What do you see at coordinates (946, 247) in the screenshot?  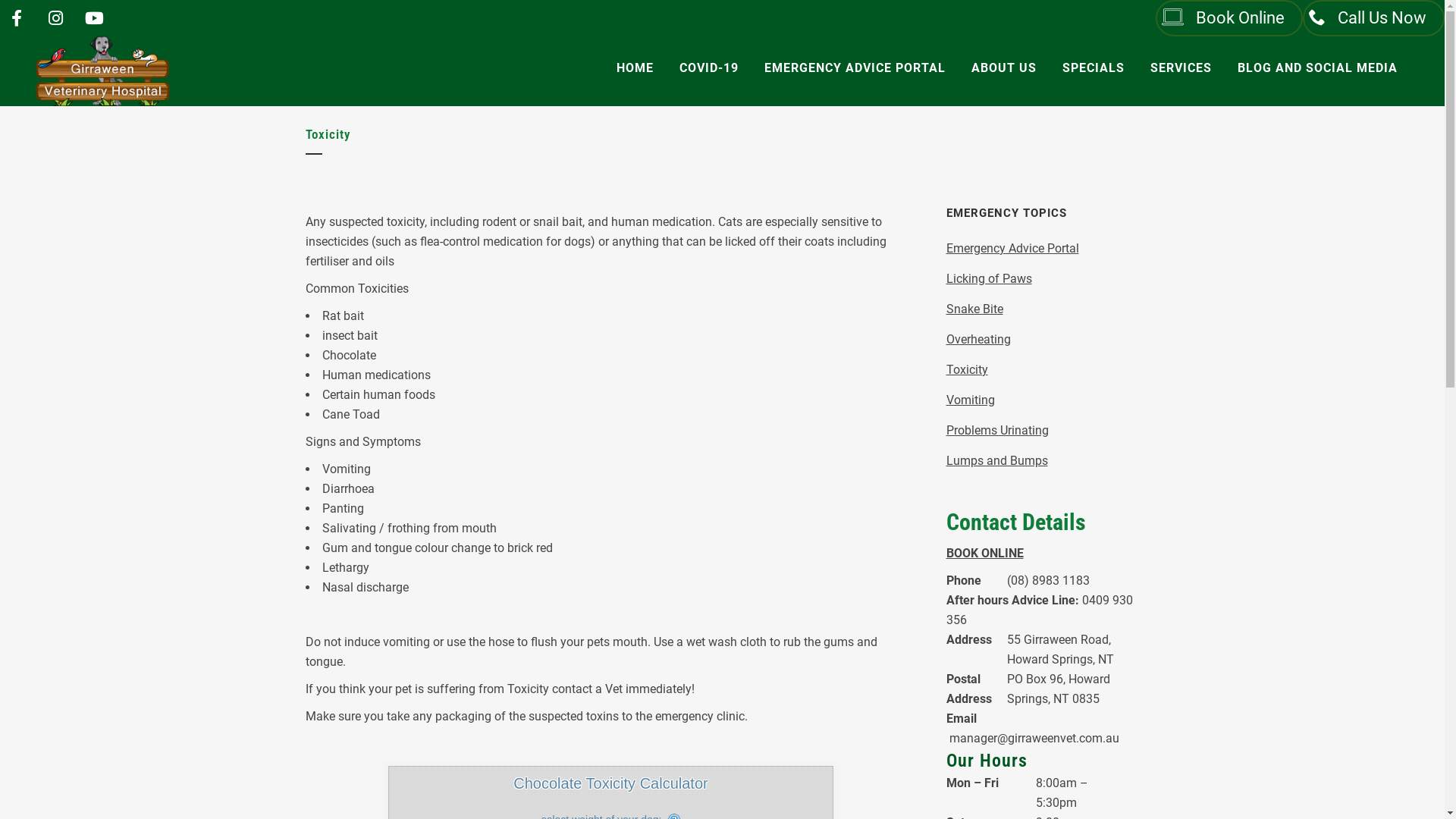 I see `'Emergency Advice Portal'` at bounding box center [946, 247].